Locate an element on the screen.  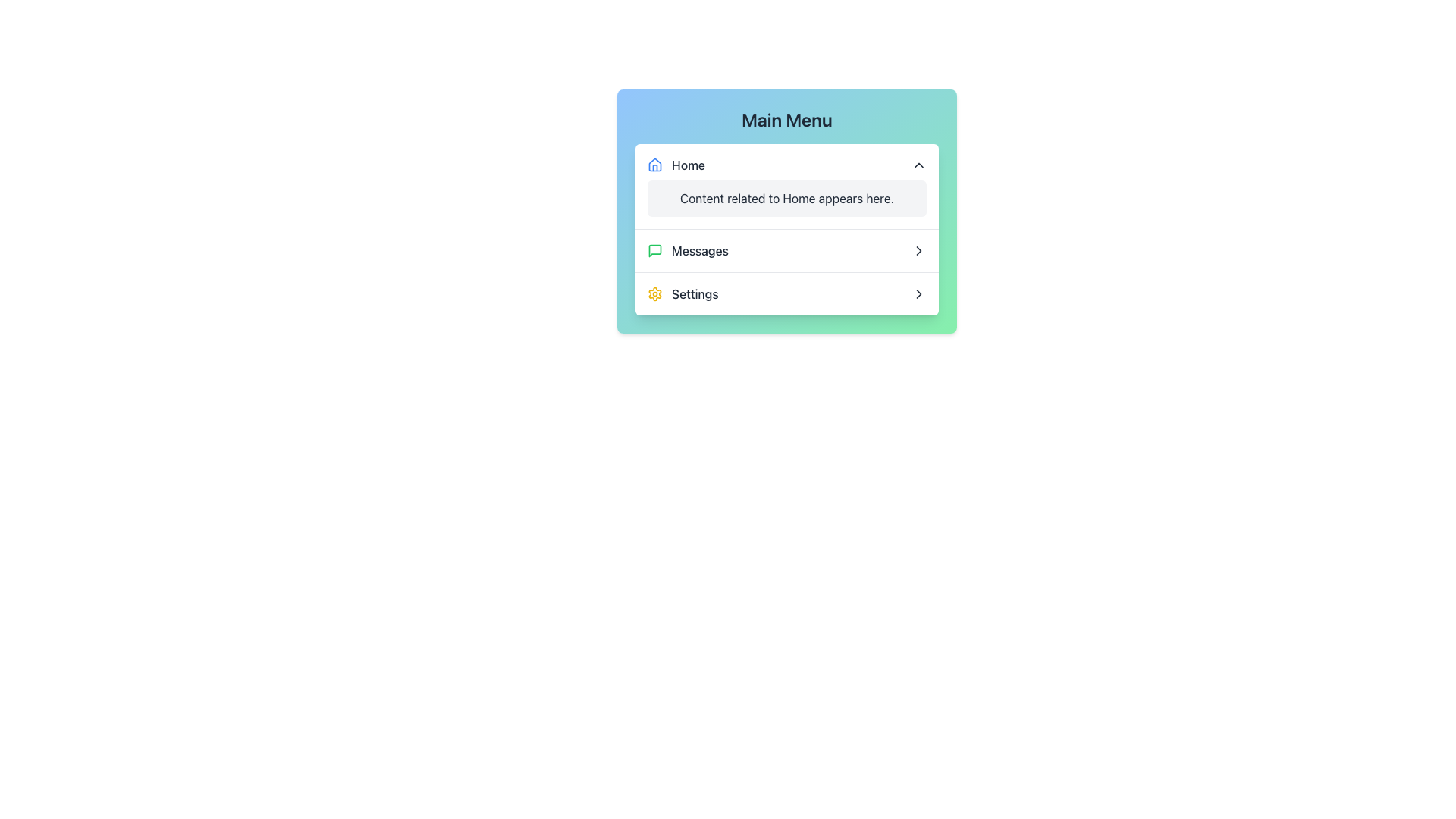
the blue house icon, which represents the Home section in the Main Menu is located at coordinates (655, 165).